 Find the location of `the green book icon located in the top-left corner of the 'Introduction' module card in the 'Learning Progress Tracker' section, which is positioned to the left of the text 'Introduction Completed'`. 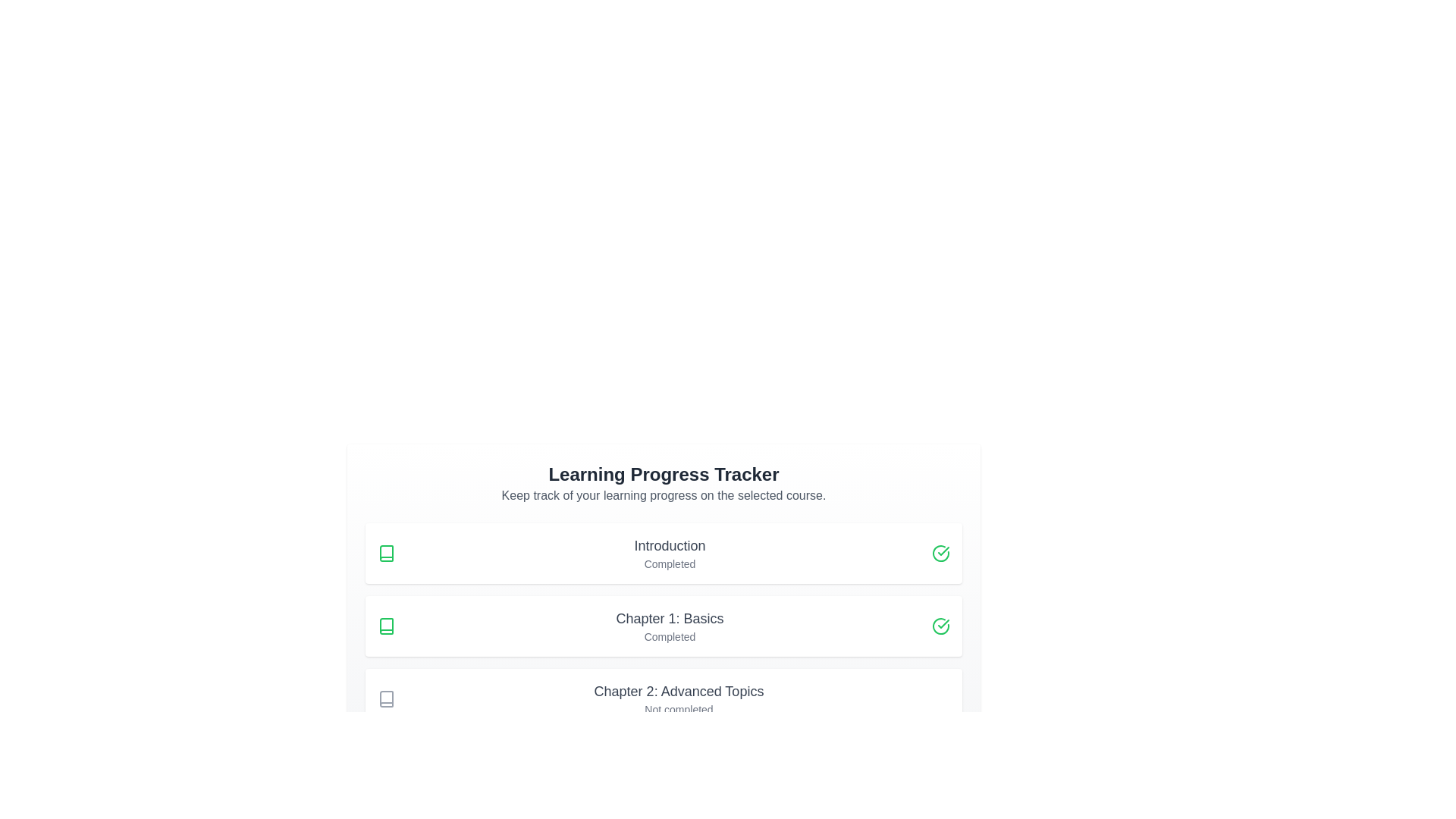

the green book icon located in the top-left corner of the 'Introduction' module card in the 'Learning Progress Tracker' section, which is positioned to the left of the text 'Introduction Completed' is located at coordinates (386, 553).